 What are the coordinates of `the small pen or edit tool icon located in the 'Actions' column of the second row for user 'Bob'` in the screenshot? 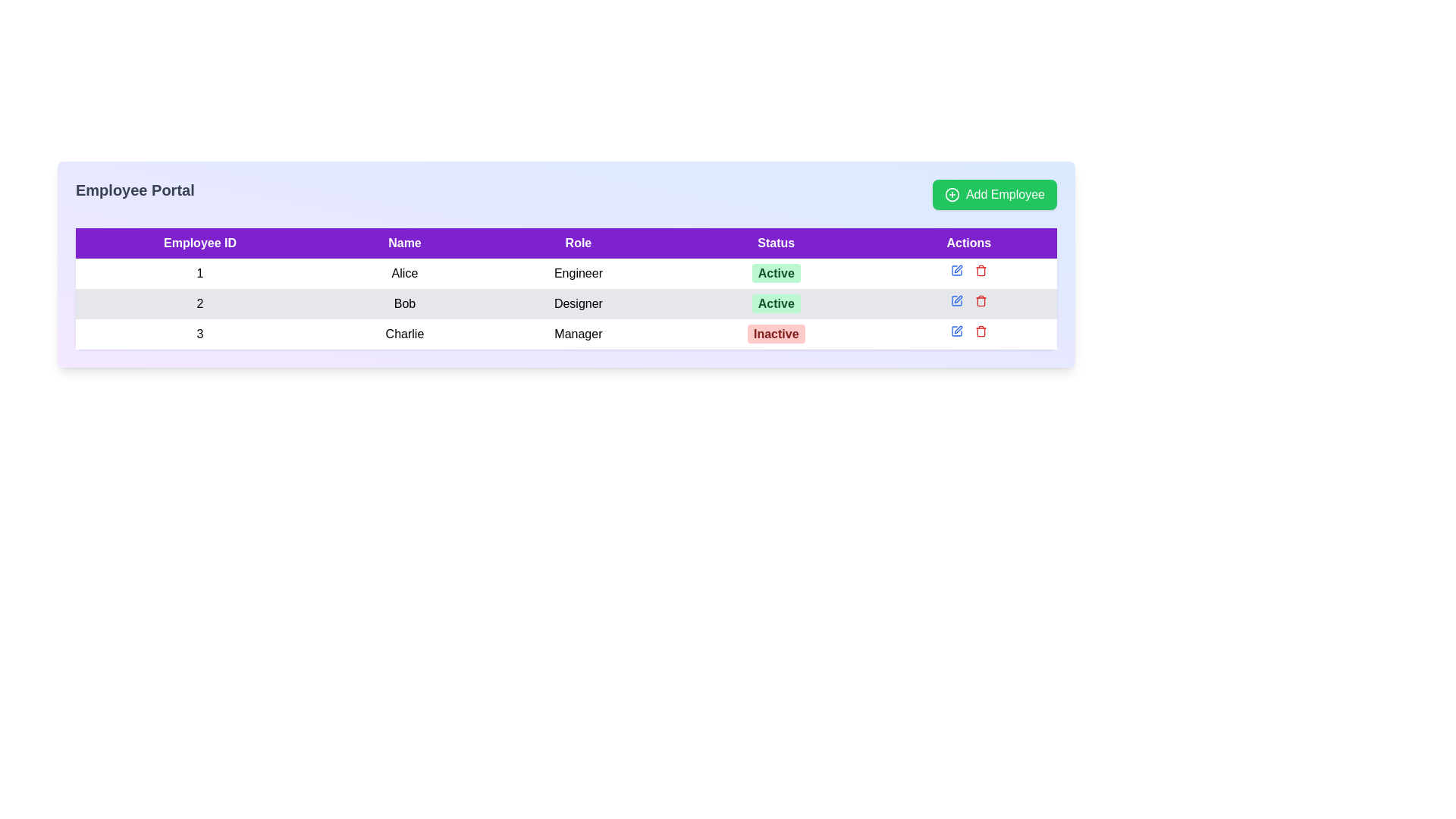 It's located at (957, 268).